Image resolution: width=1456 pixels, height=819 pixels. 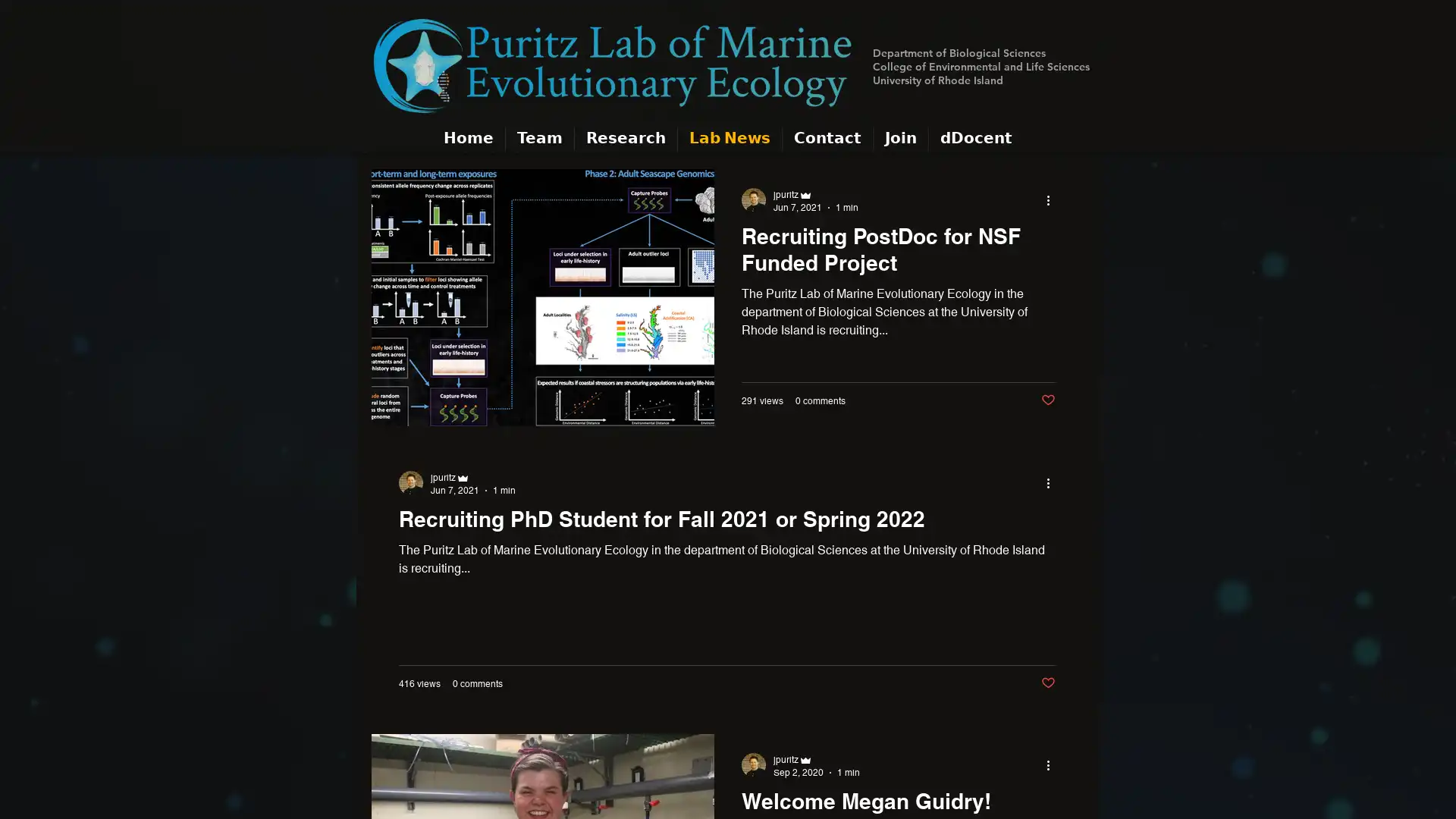 What do you see at coordinates (1052, 199) in the screenshot?
I see `More actions` at bounding box center [1052, 199].